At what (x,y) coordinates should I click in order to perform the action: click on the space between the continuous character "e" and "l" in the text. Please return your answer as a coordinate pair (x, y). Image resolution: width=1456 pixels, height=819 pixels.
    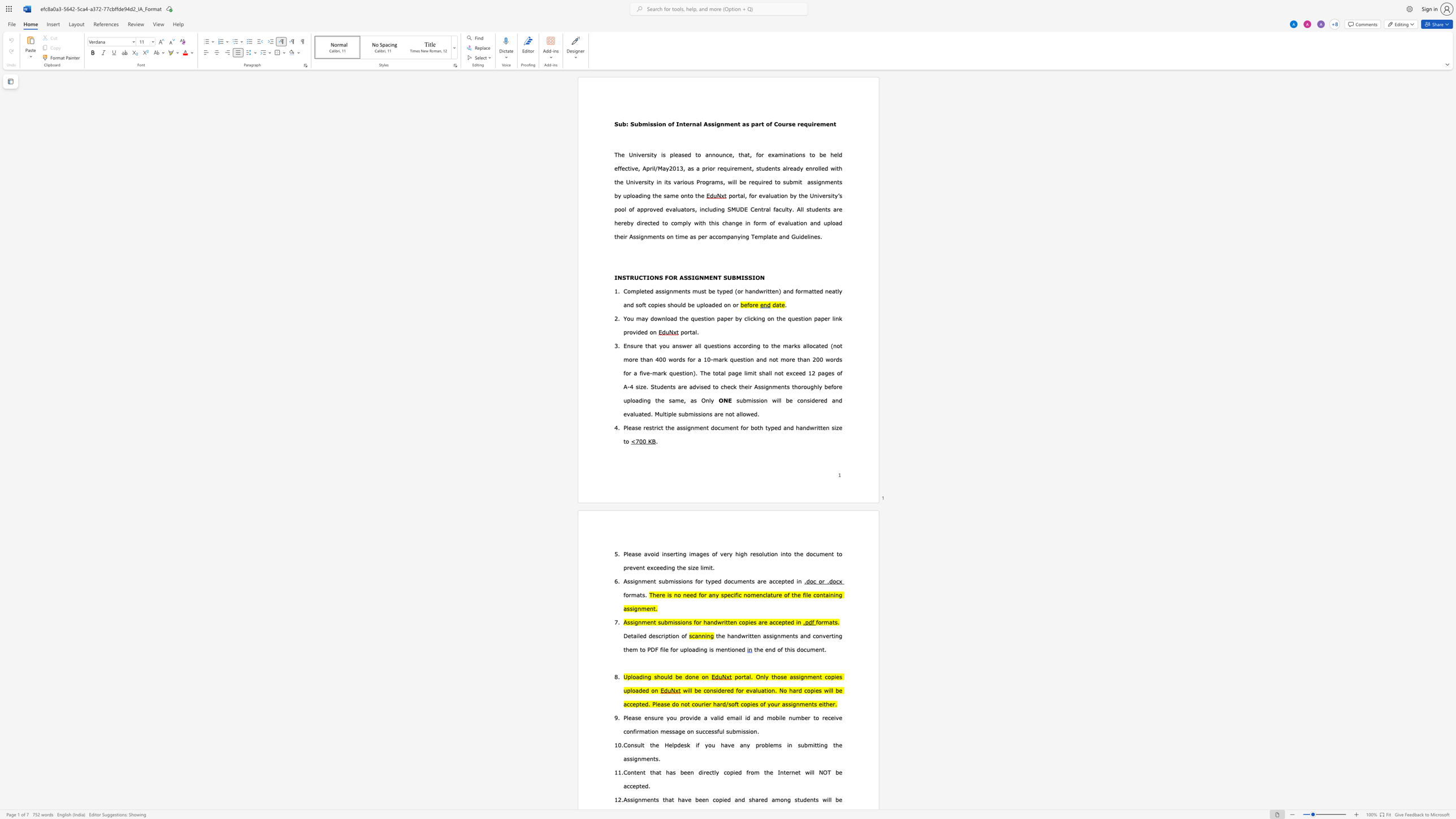
    Looking at the image, I should click on (807, 236).